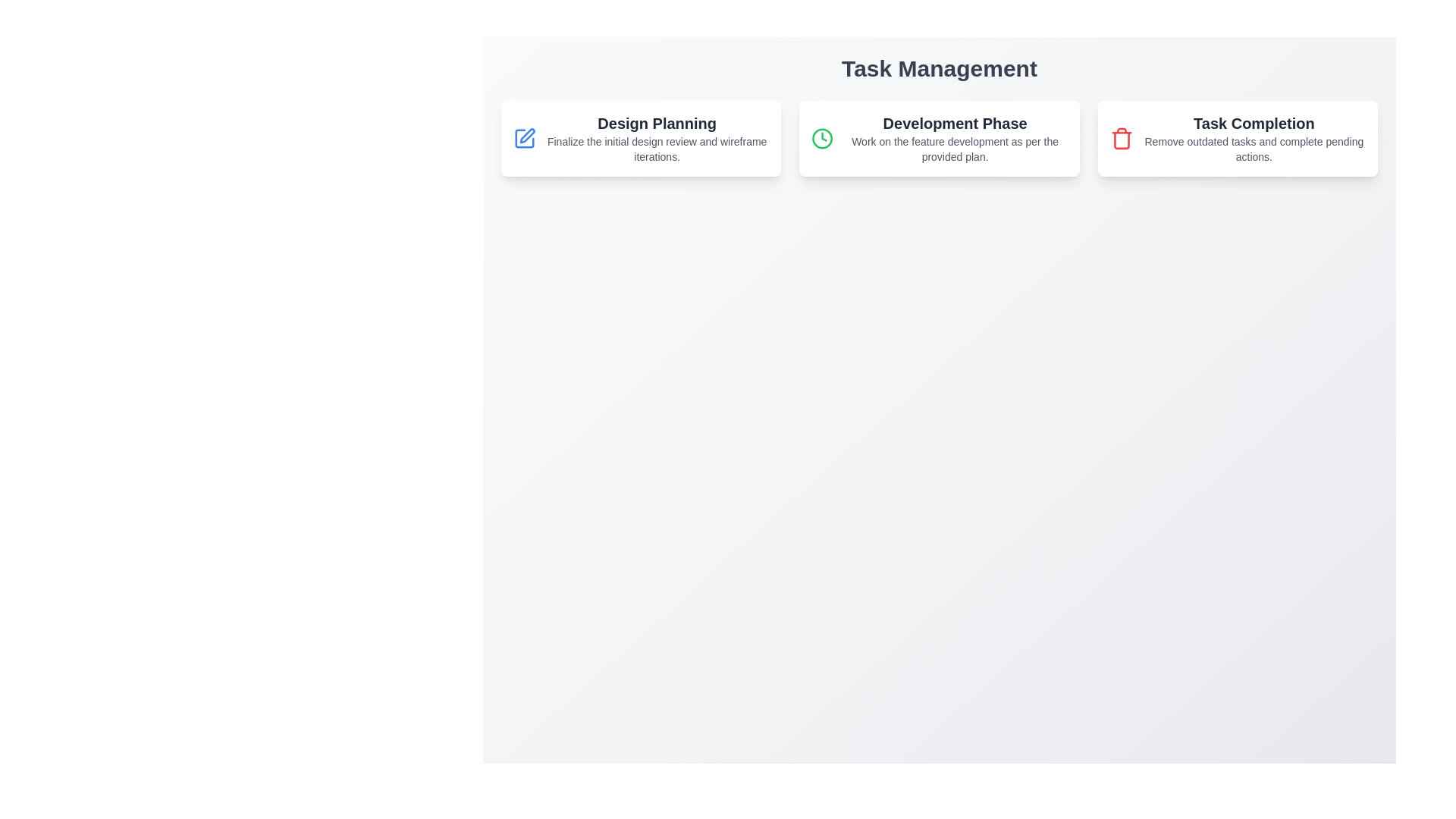 The width and height of the screenshot is (1456, 819). Describe the element at coordinates (954, 138) in the screenshot. I see `the informational text block titled 'Development Phase' which includes the description 'Work on the feature development as per the provided plan.'` at that location.